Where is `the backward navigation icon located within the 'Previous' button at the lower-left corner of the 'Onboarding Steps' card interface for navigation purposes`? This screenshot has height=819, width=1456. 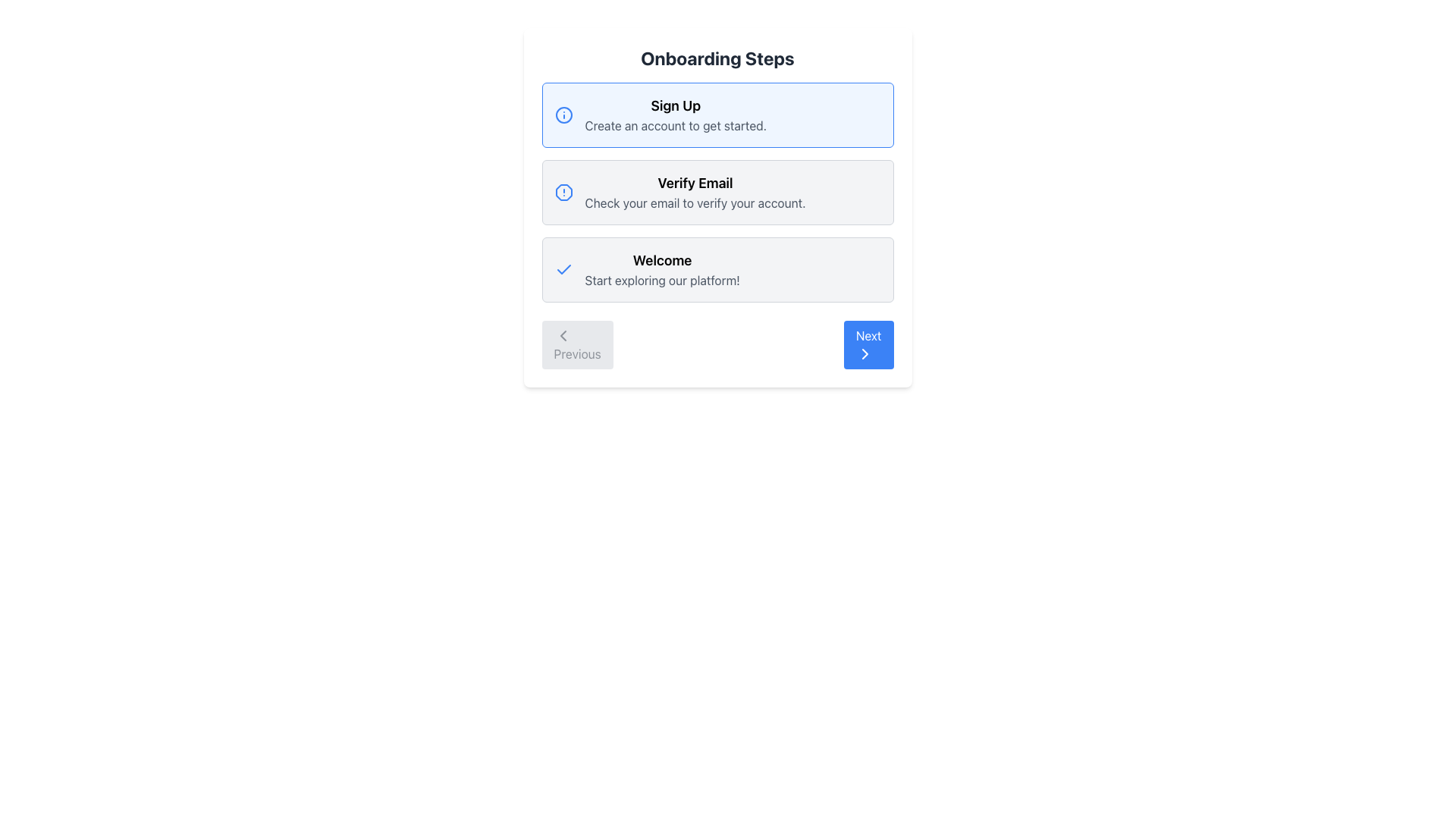
the backward navigation icon located within the 'Previous' button at the lower-left corner of the 'Onboarding Steps' card interface for navigation purposes is located at coordinates (562, 335).